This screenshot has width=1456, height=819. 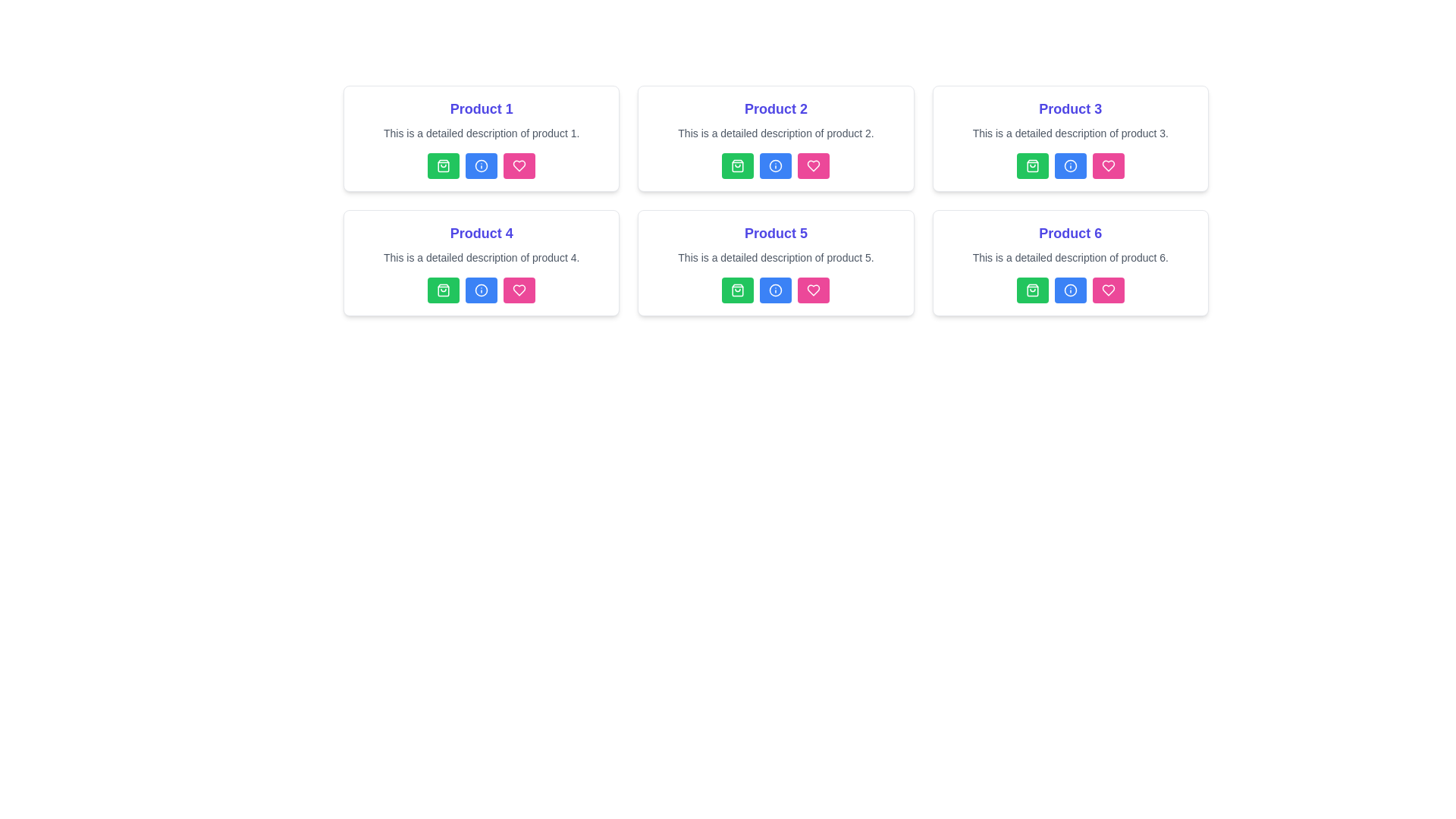 What do you see at coordinates (481, 290) in the screenshot?
I see `the rounded blue button with a white information icon located below 'Product 4'` at bounding box center [481, 290].